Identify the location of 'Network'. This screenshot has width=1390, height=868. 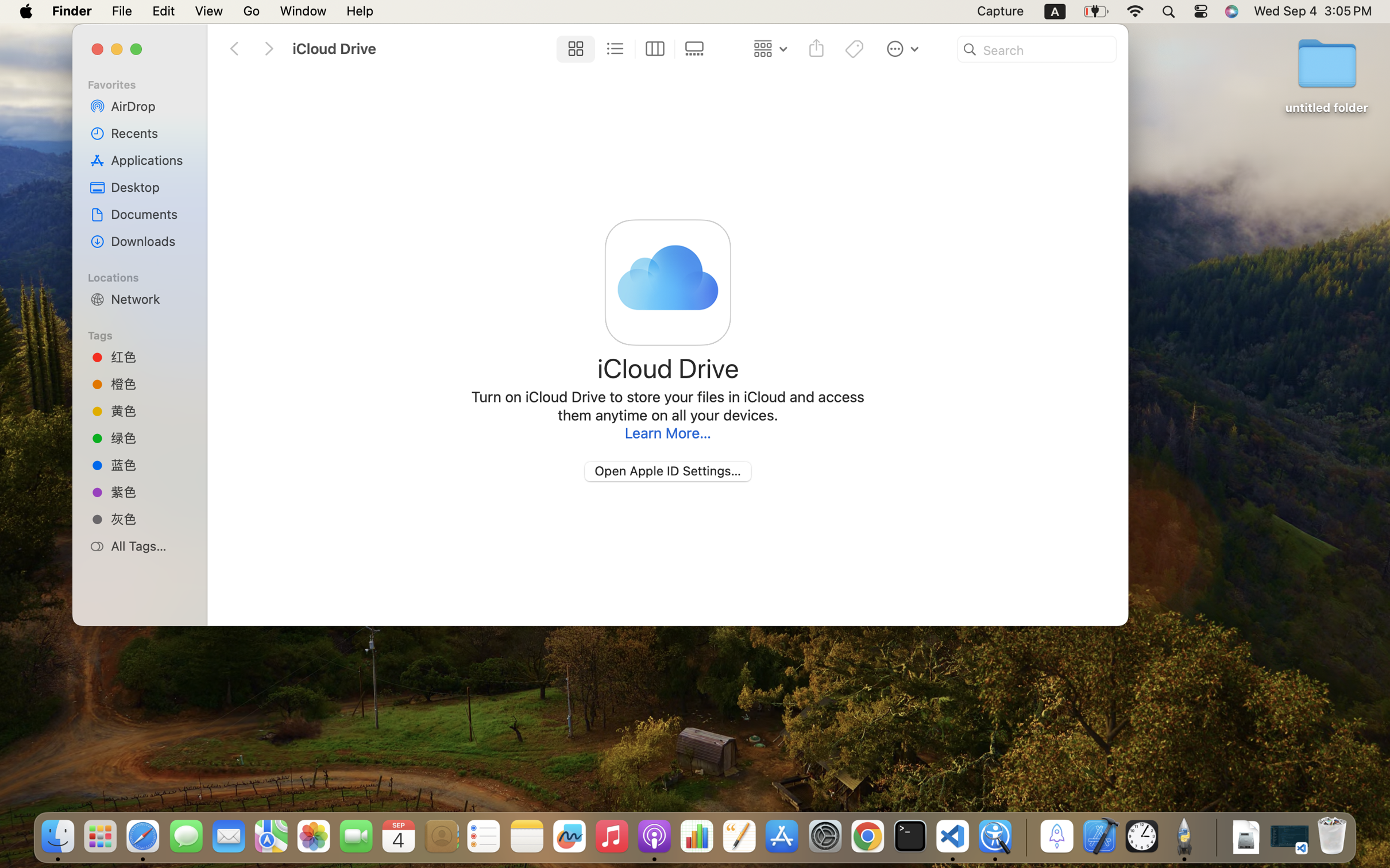
(149, 298).